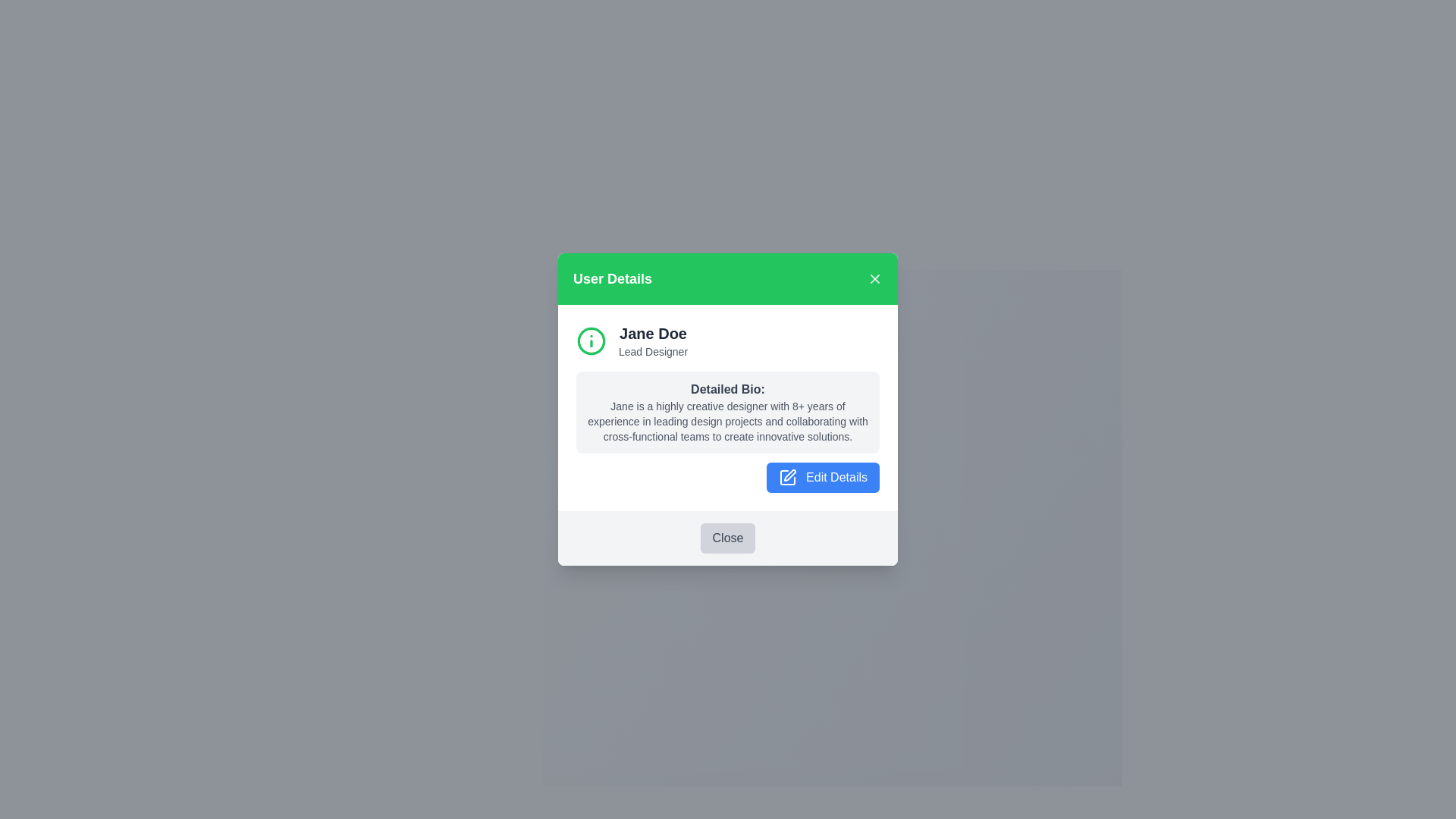 This screenshot has width=1456, height=819. I want to click on the bold gray text label 'Detailed Bio:' that serves as the primary label for the user's detailed biography section, so click(728, 388).